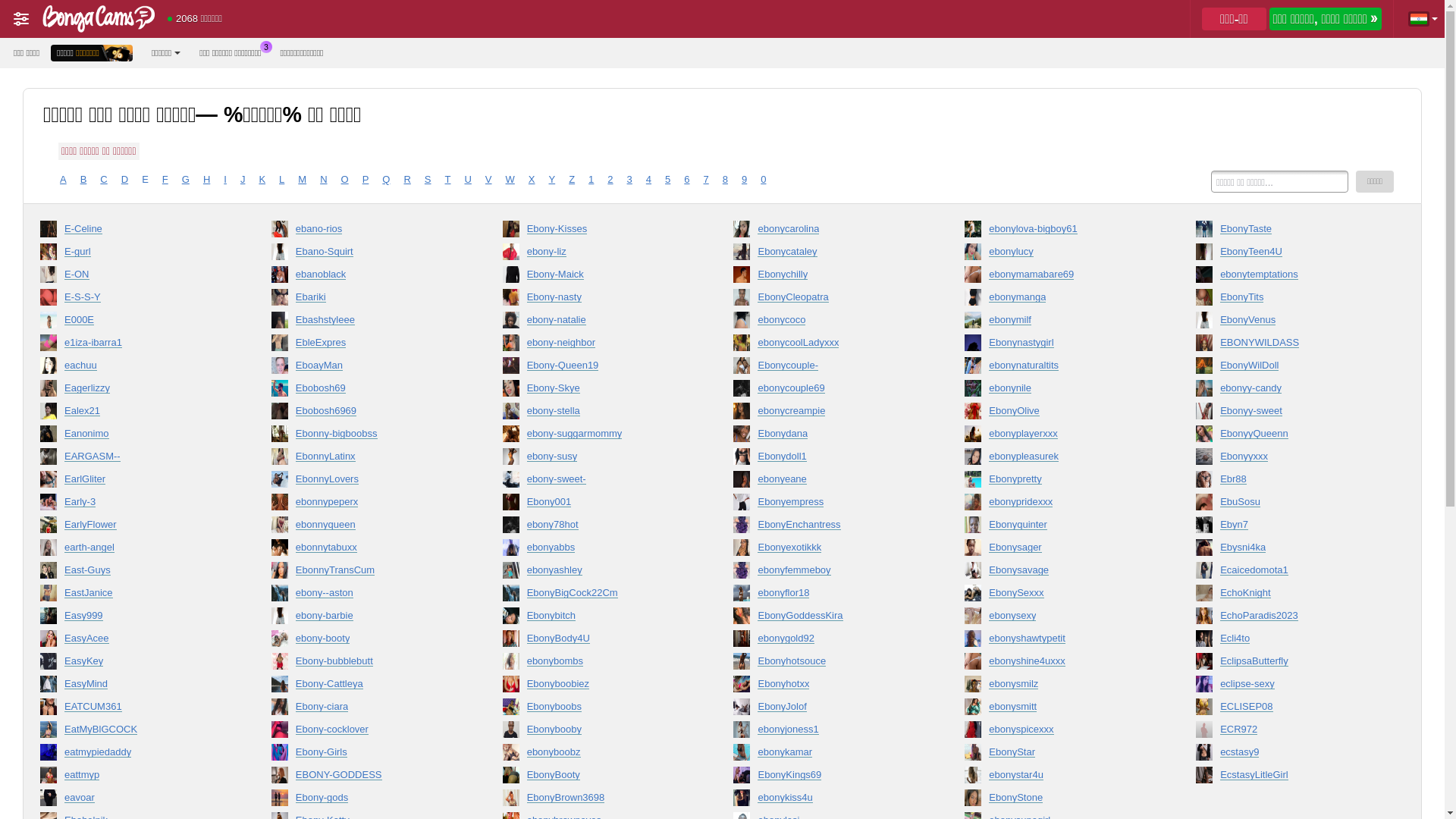  Describe the element at coordinates (570, 178) in the screenshot. I see `'Z'` at that location.